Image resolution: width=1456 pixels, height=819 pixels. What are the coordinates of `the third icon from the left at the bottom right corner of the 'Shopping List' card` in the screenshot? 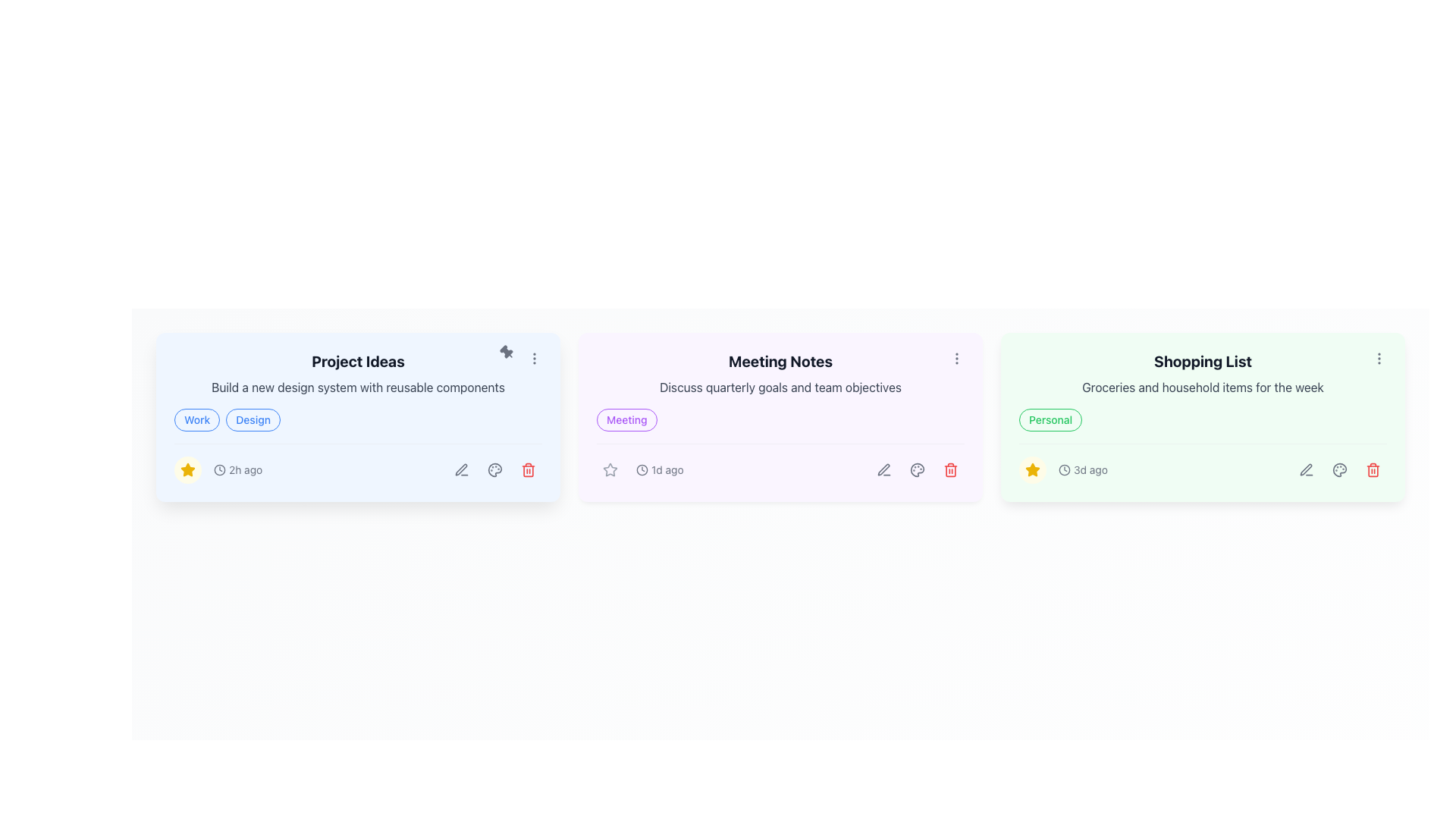 It's located at (1339, 469).